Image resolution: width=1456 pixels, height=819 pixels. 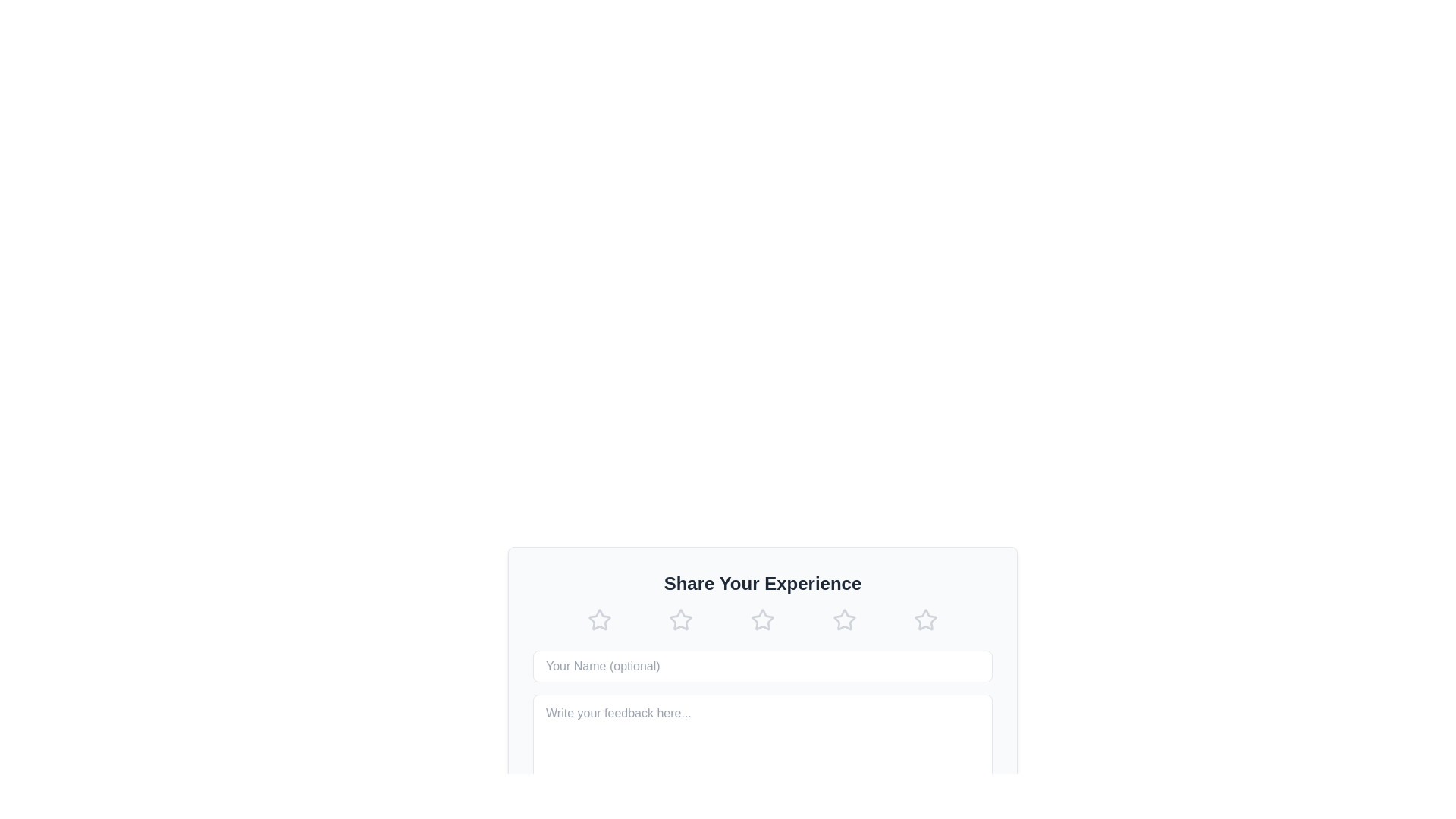 What do you see at coordinates (843, 620) in the screenshot?
I see `the fourth star-shaped rating icon with a hollow outline in the feedback section` at bounding box center [843, 620].